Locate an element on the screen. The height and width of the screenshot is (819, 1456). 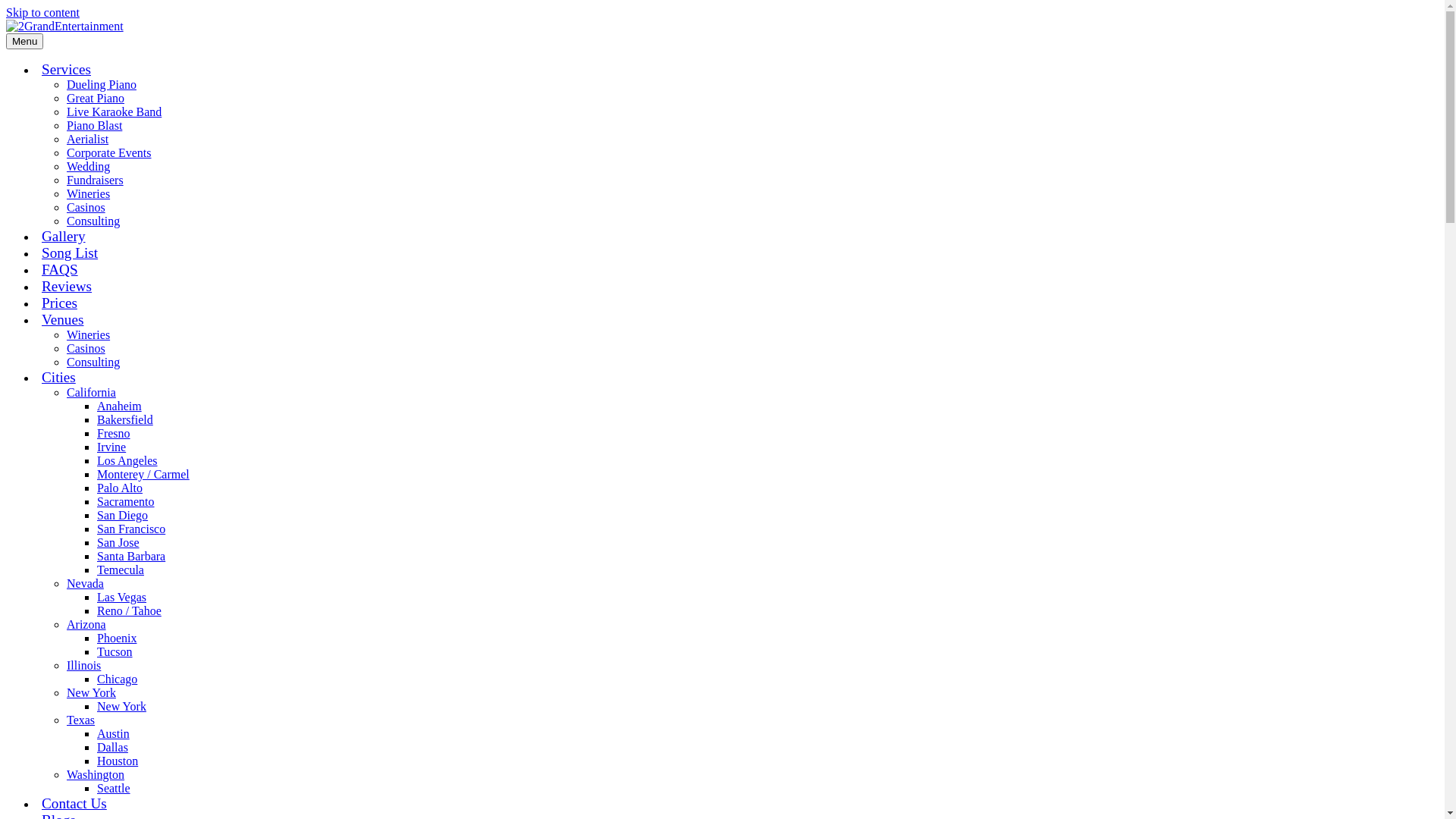
'Phoenix' is located at coordinates (115, 638).